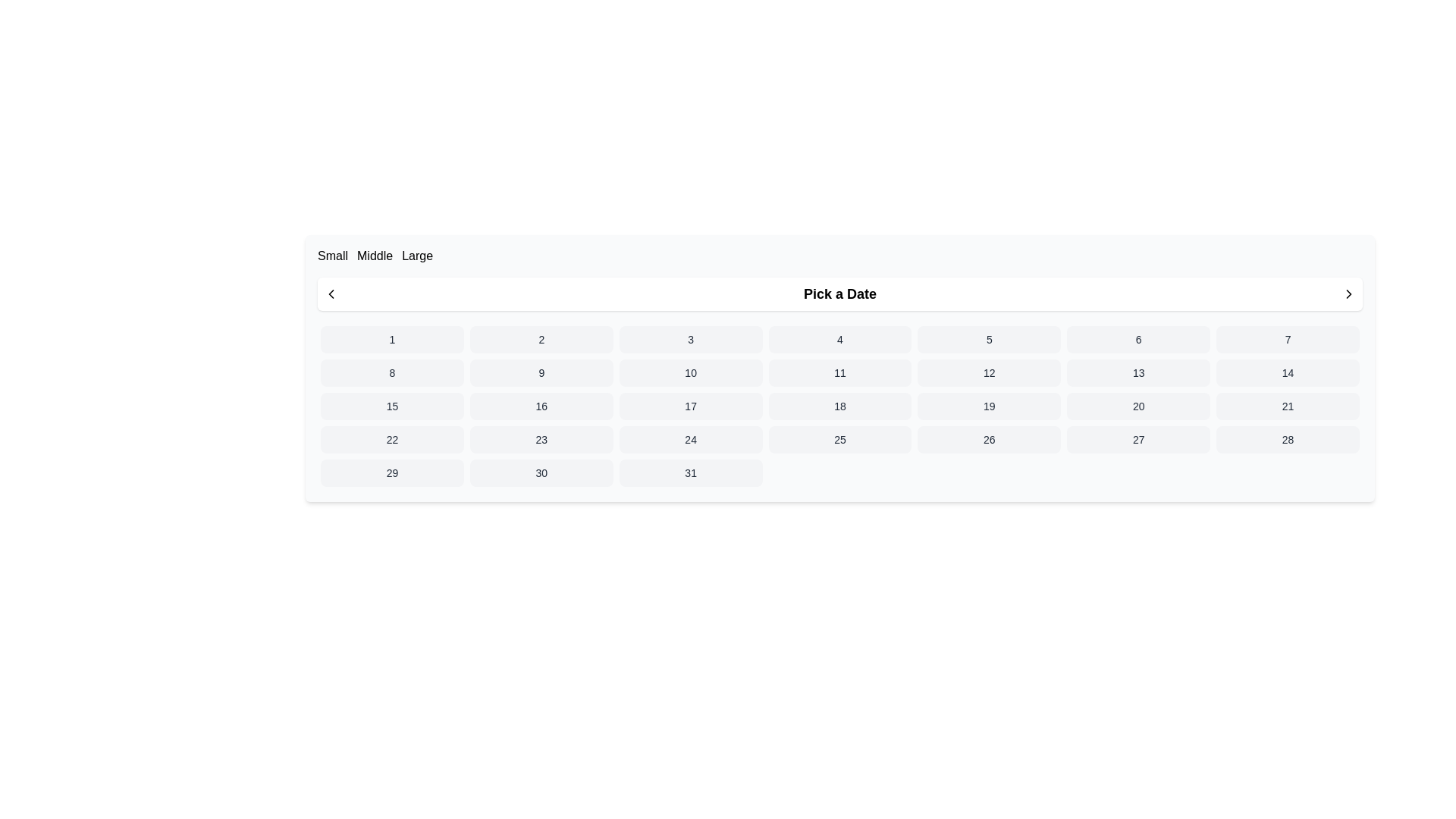 The width and height of the screenshot is (1456, 819). Describe the element at coordinates (690, 373) in the screenshot. I see `the button labeled '10' with rounded corners and a light gray background, located in the fourth column of the second row of the grid layout` at that location.